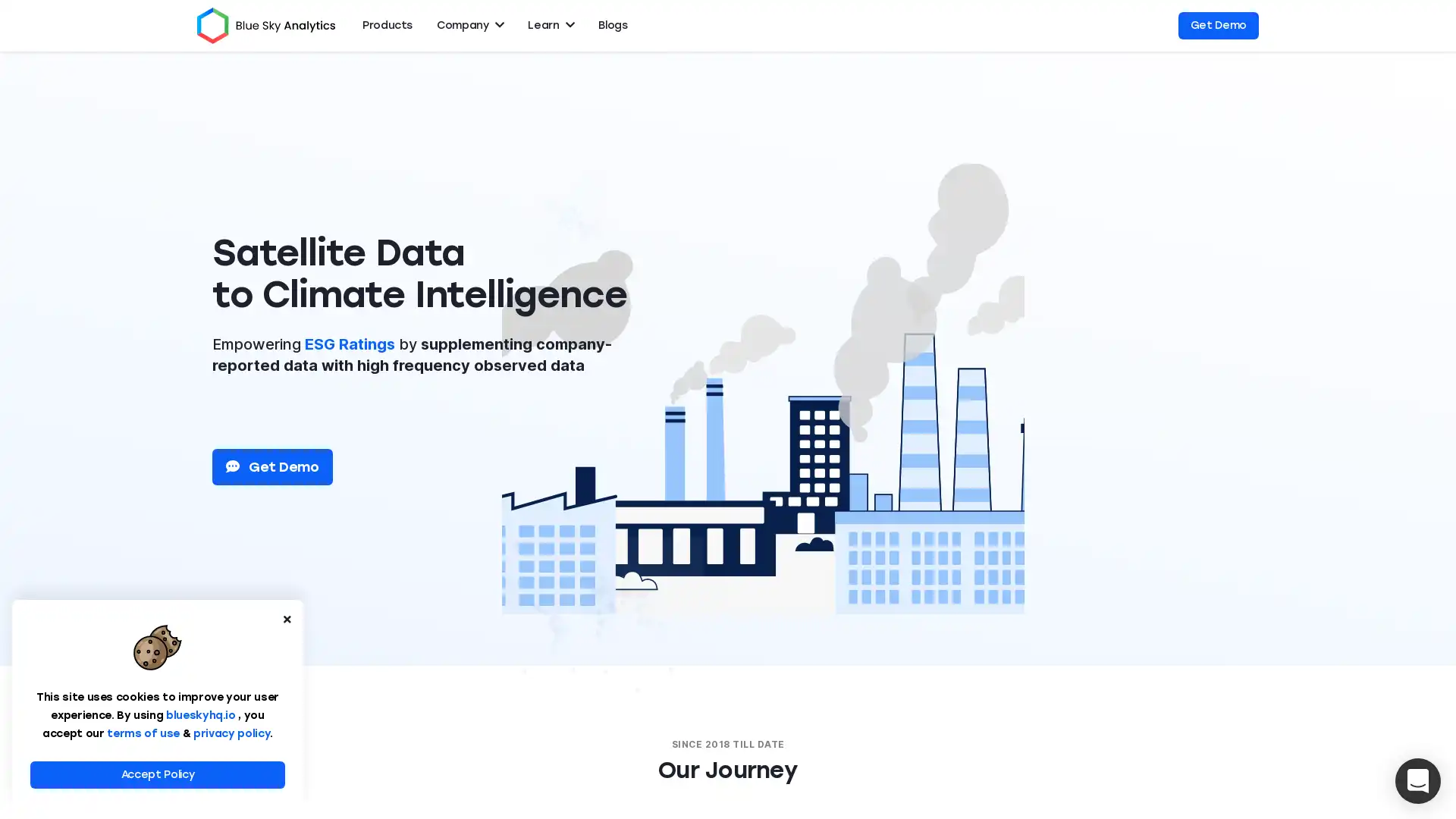  What do you see at coordinates (1417, 780) in the screenshot?
I see `Load Chat` at bounding box center [1417, 780].